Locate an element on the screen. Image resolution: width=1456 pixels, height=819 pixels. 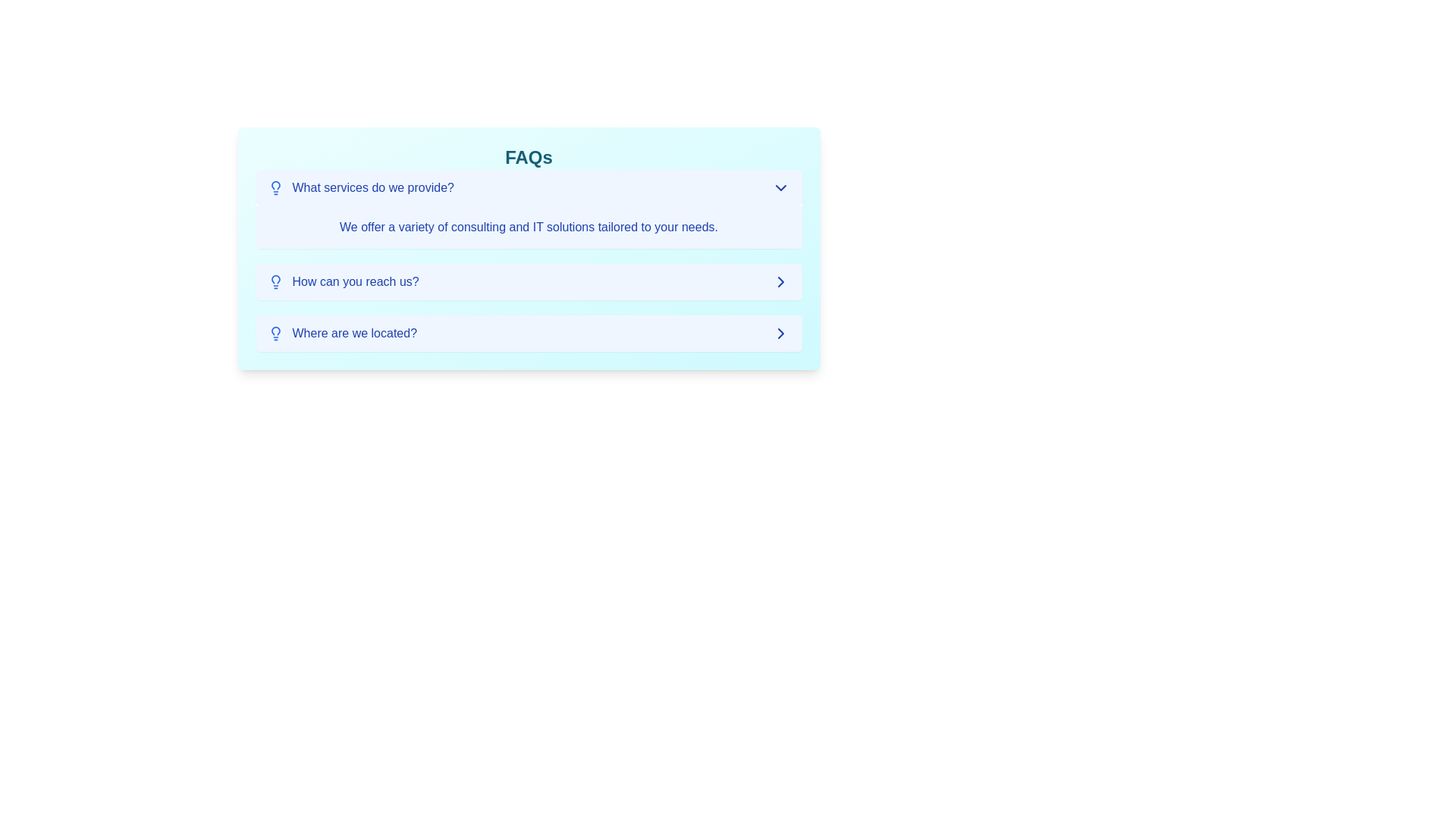
the icon located on the left side of the text 'Where are we located?' in the third row of the FAQs section, which serves as a decorative marker is located at coordinates (275, 332).